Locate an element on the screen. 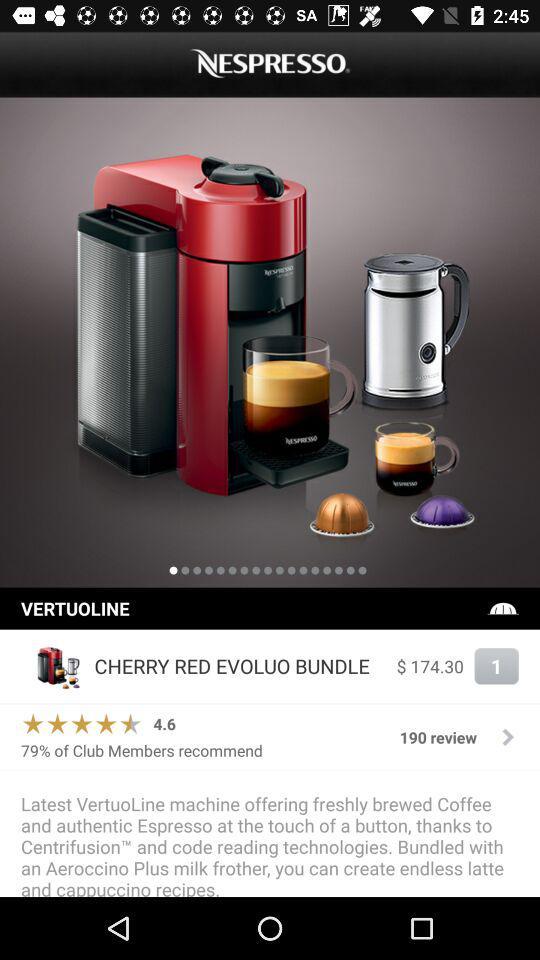  the item next to 4.6 item is located at coordinates (80, 722).